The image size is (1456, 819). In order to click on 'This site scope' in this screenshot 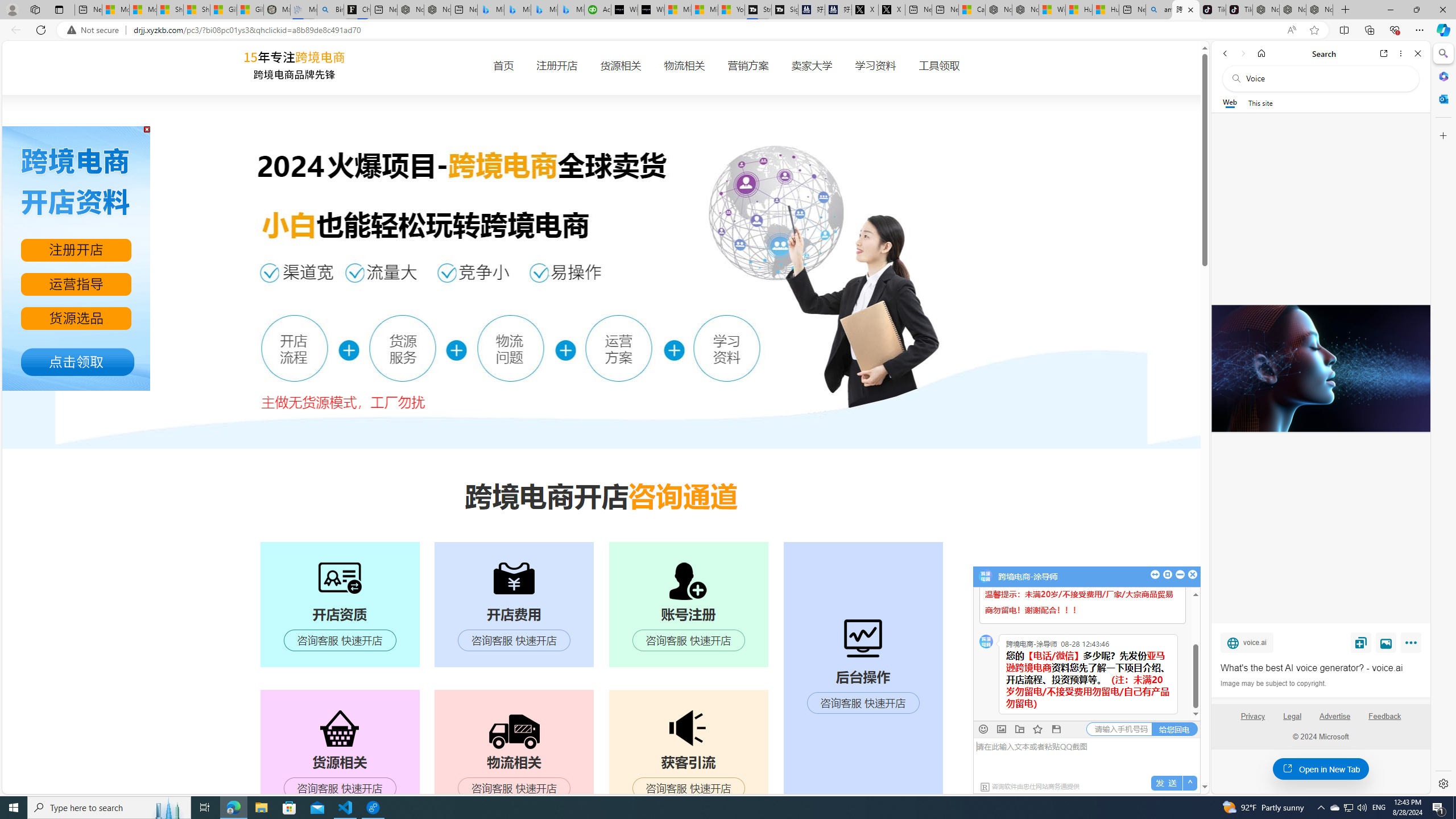, I will do `click(1259, 102)`.